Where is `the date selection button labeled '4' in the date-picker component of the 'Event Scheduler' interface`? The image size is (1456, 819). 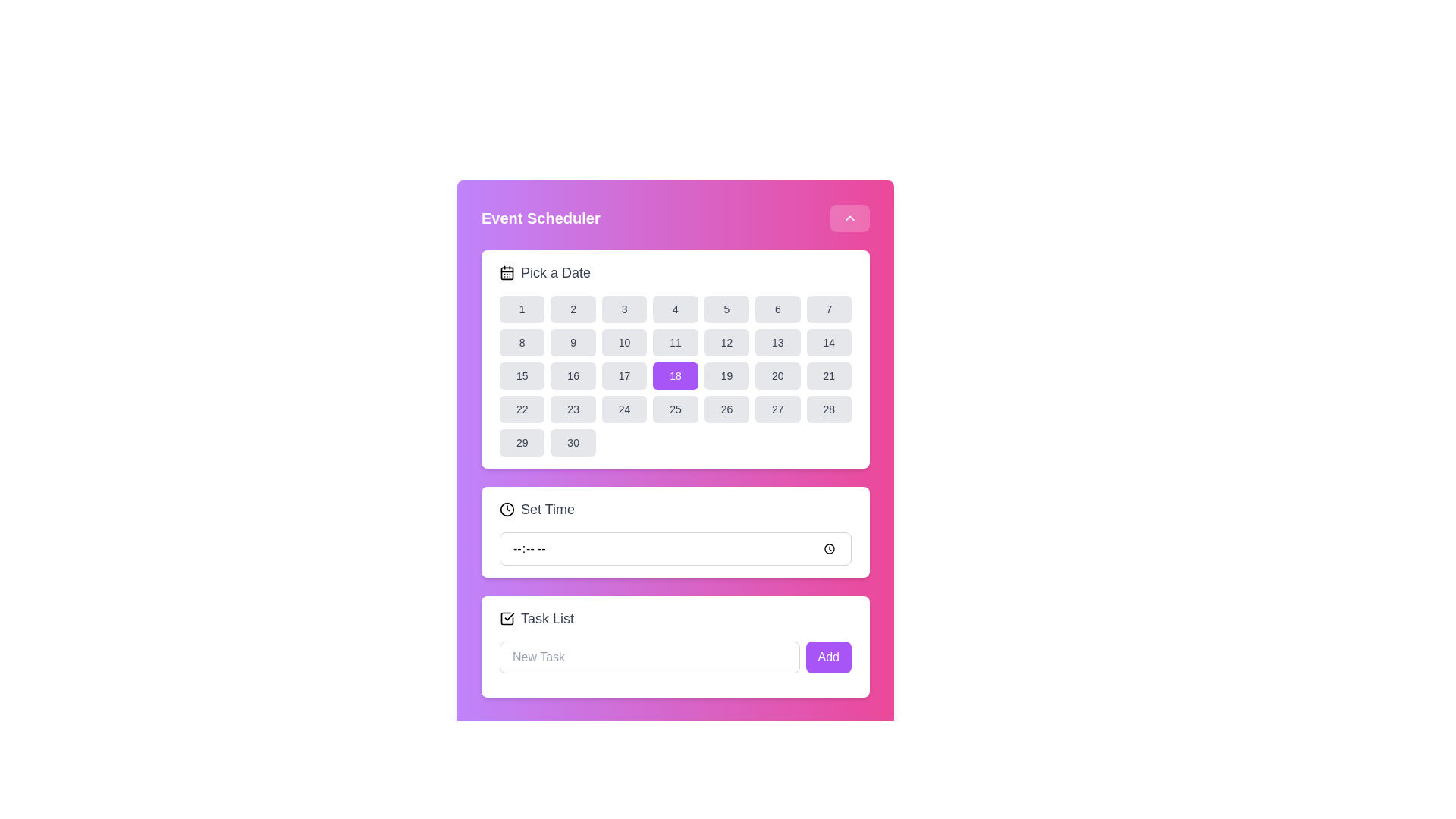
the date selection button labeled '4' in the date-picker component of the 'Event Scheduler' interface is located at coordinates (675, 309).